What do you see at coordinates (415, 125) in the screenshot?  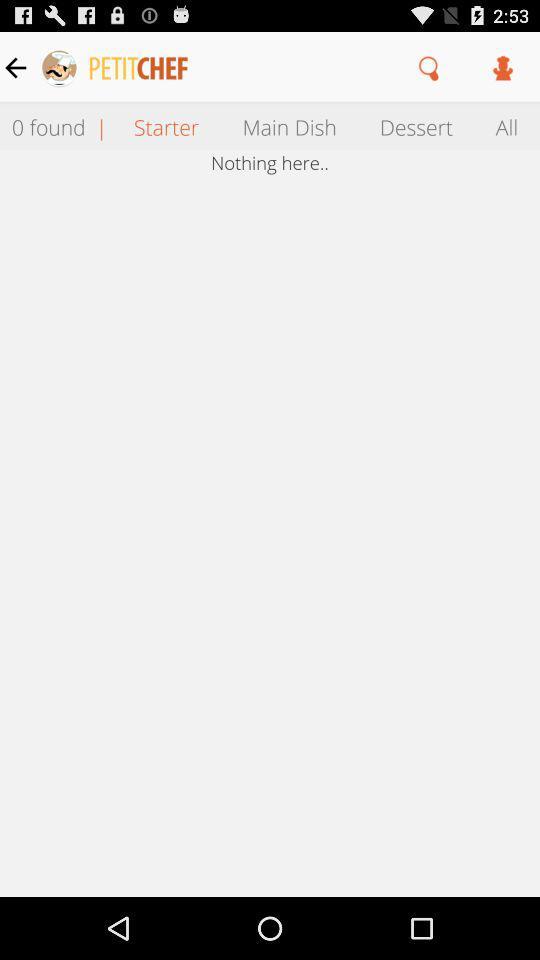 I see `the item to the left of all` at bounding box center [415, 125].